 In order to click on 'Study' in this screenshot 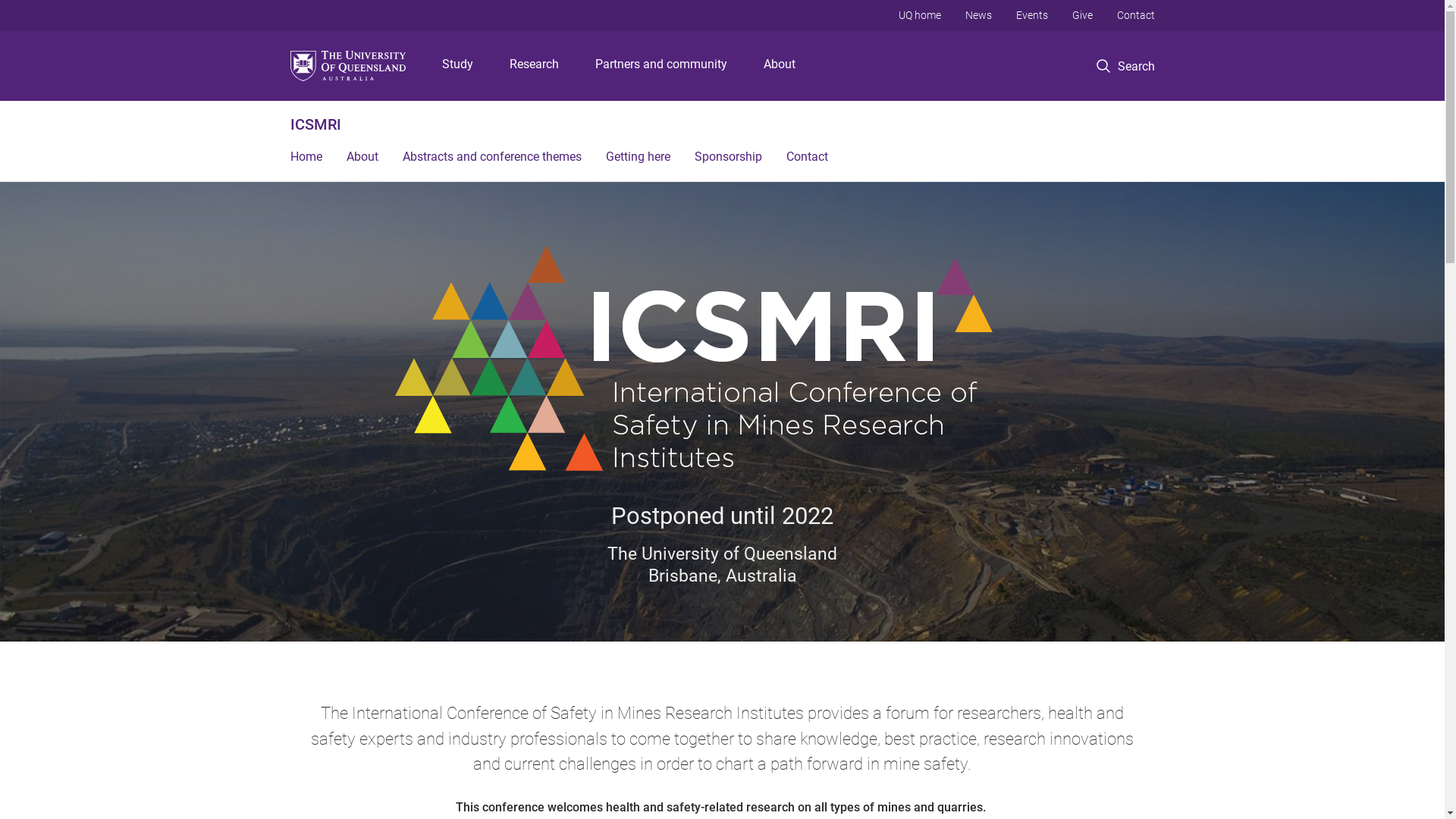, I will do `click(457, 65)`.